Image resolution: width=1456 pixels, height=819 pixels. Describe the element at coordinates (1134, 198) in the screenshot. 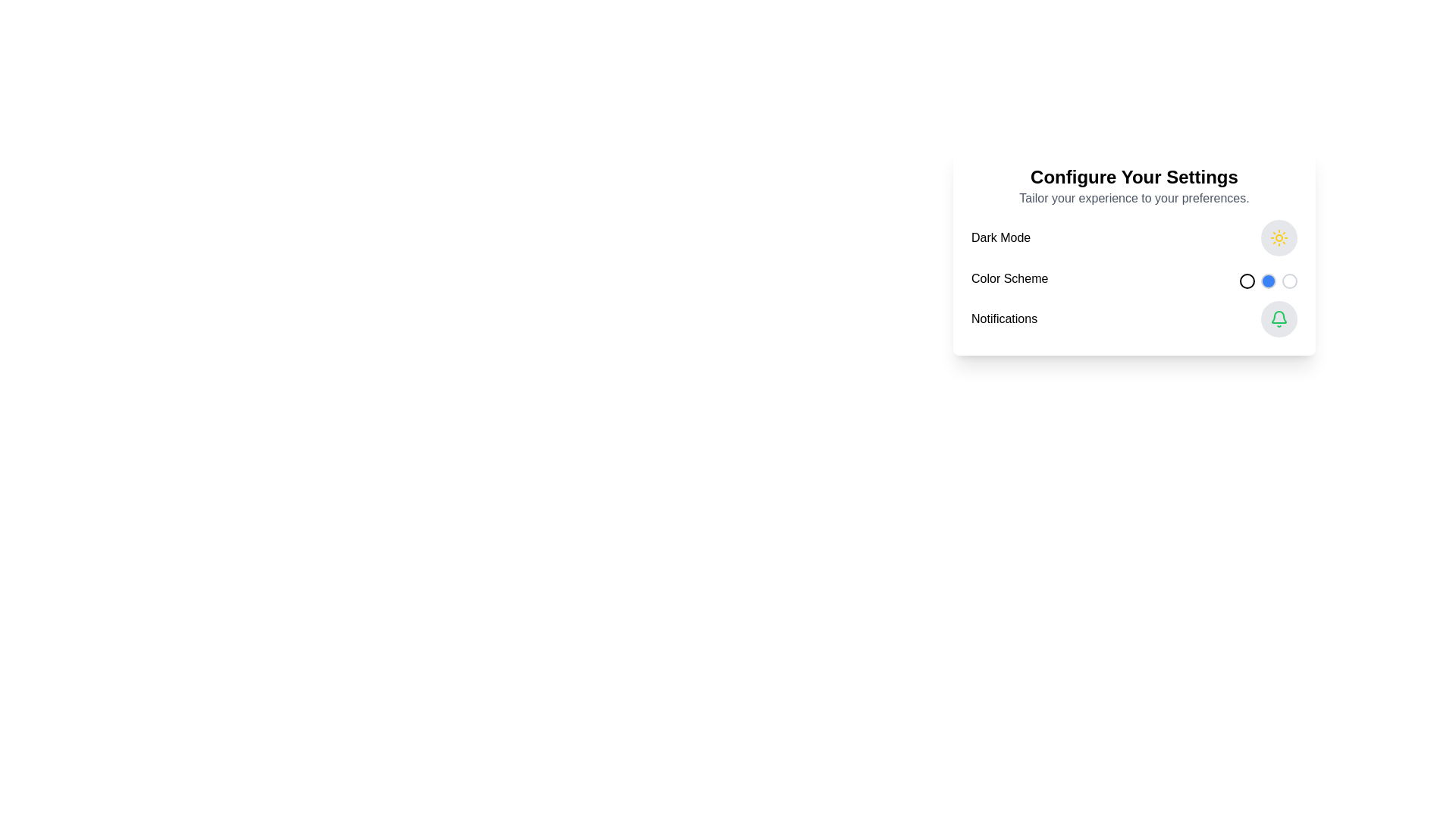

I see `the static text label that reads 'Tailor your experience to your preferences.' which is located below the heading 'Configure Your Settings.'` at that location.